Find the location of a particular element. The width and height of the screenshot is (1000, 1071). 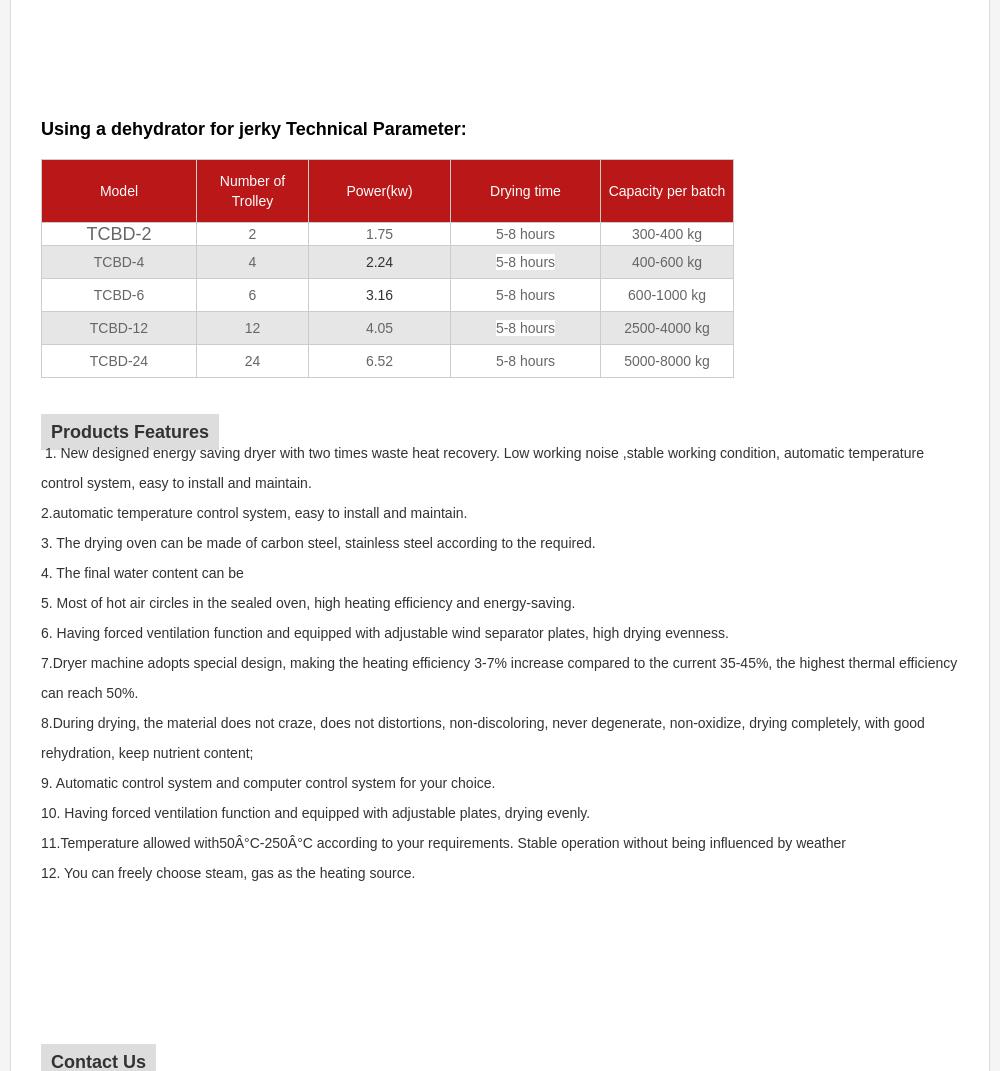

'3. The drying oven can be made of carbon steel, stainless steel according to the required.' is located at coordinates (317, 542).